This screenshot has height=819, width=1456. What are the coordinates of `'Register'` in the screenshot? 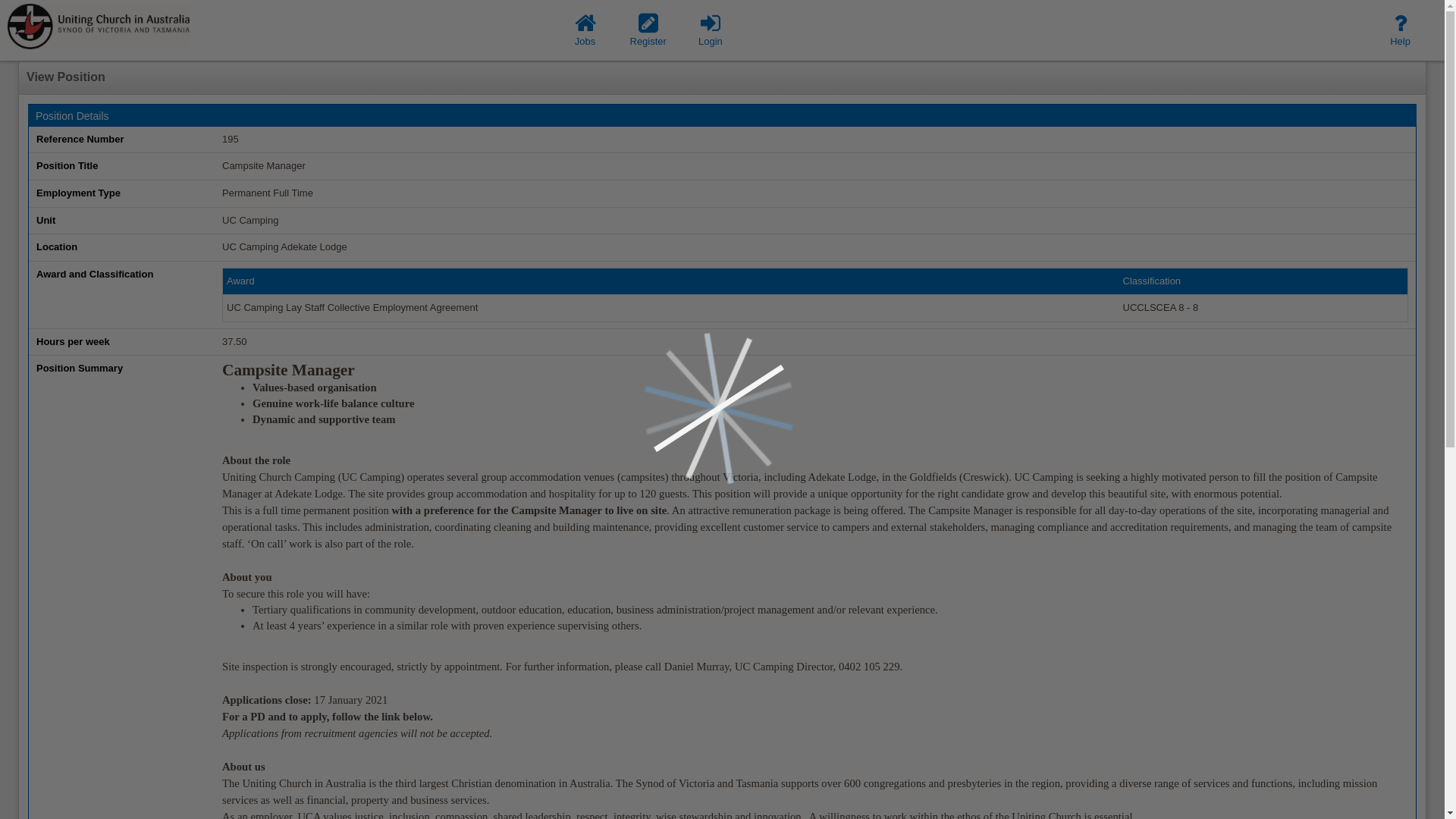 It's located at (648, 30).